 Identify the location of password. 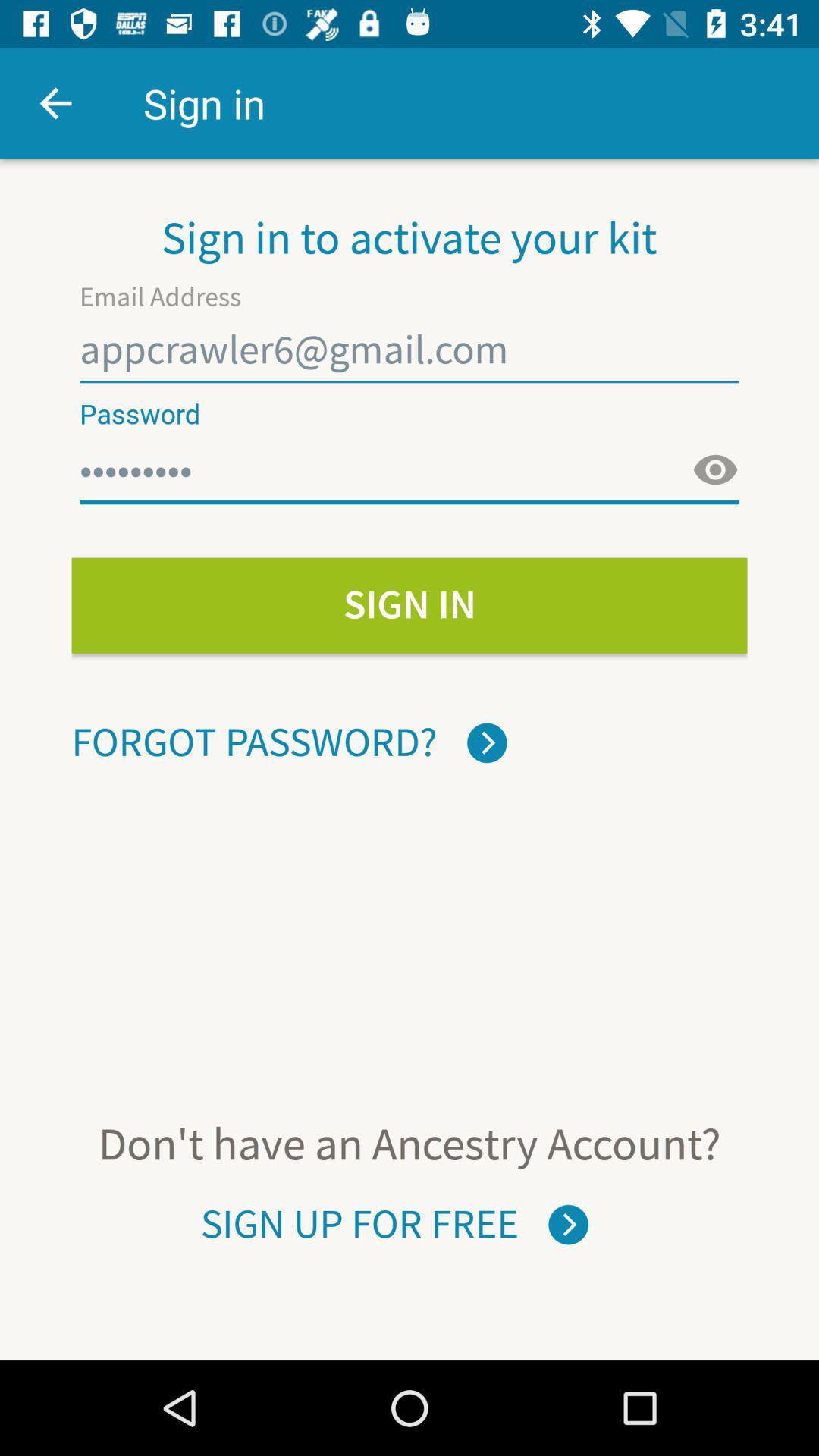
(715, 469).